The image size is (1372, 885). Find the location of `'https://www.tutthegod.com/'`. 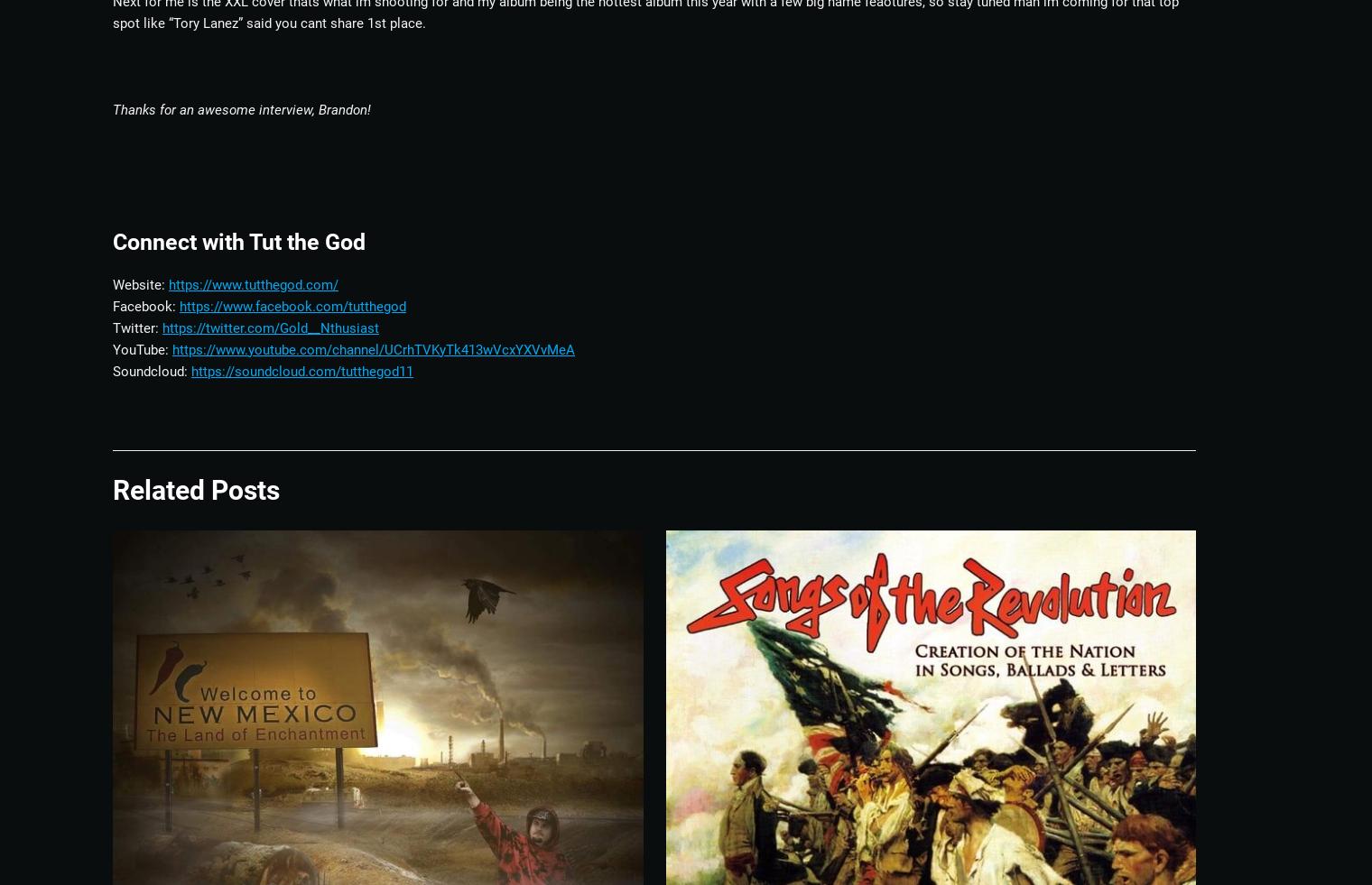

'https://www.tutthegod.com/' is located at coordinates (253, 282).